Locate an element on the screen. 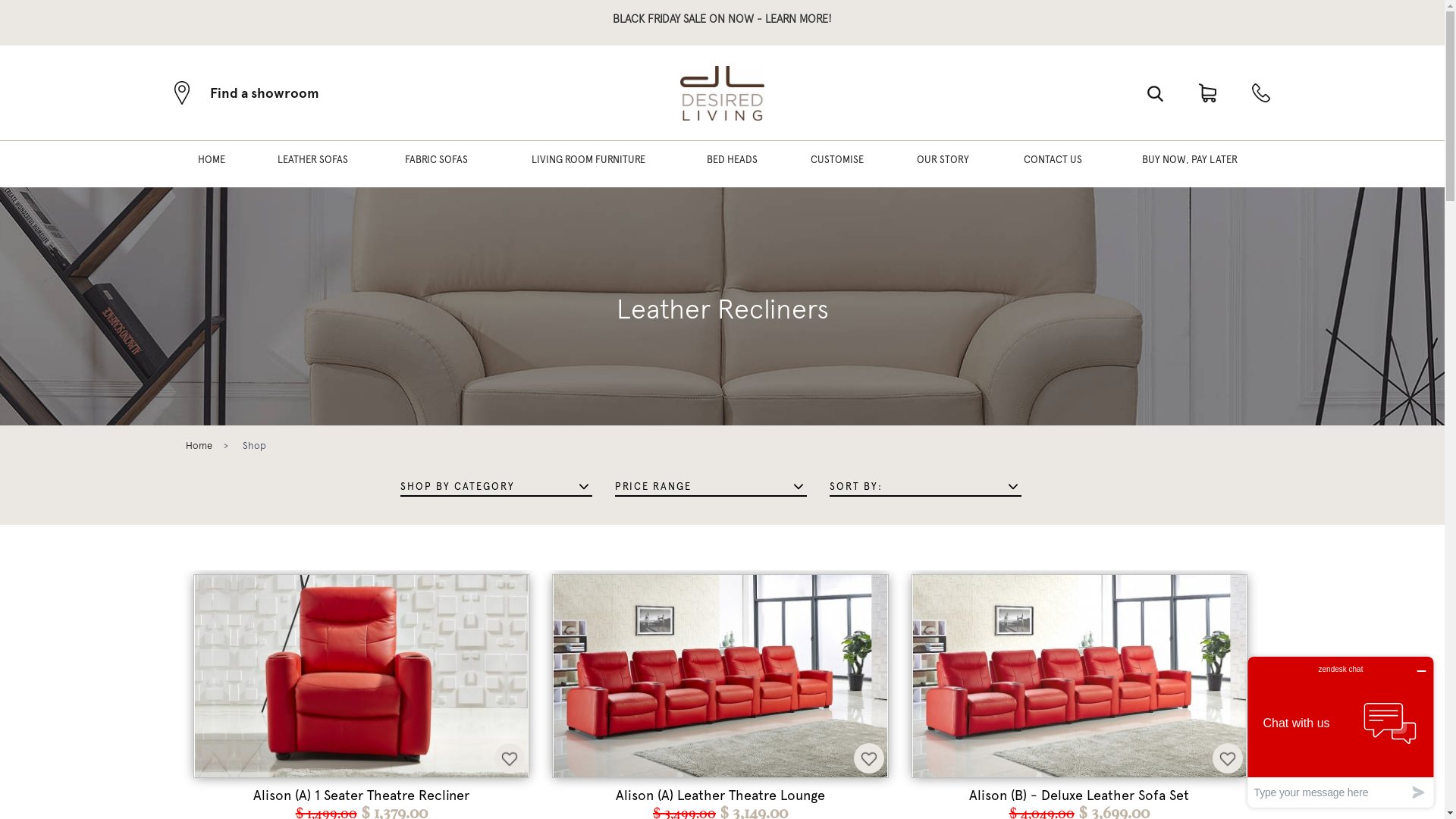  'CUSTOMISE' is located at coordinates (836, 164).